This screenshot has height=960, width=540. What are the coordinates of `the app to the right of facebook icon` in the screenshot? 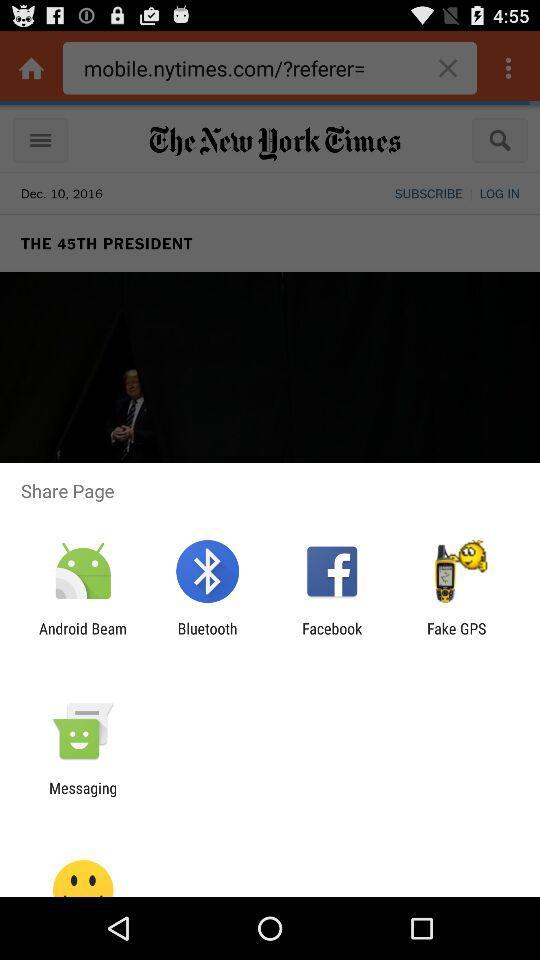 It's located at (456, 636).